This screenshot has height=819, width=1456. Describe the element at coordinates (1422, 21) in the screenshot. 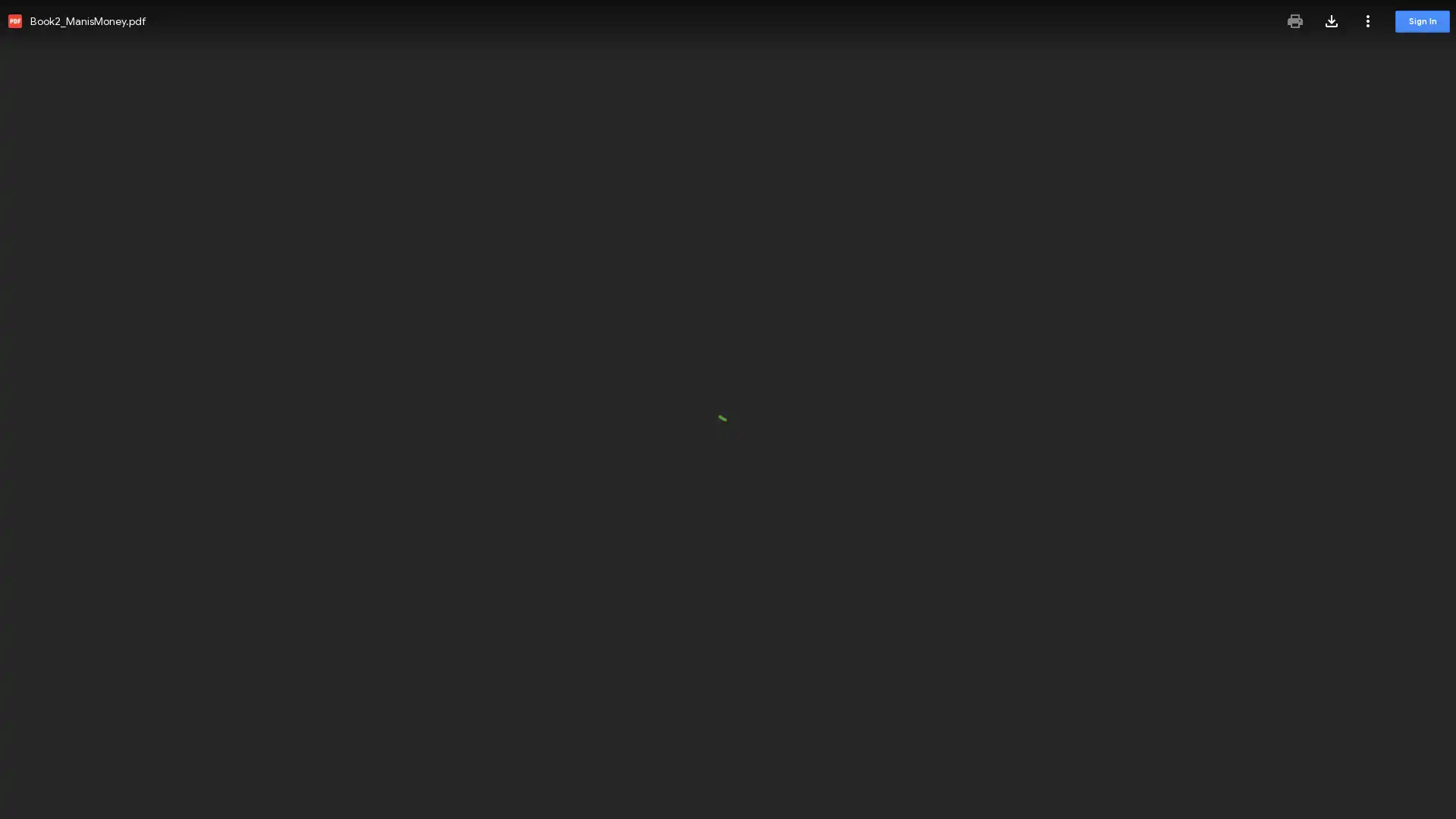

I see `Sign In` at that location.